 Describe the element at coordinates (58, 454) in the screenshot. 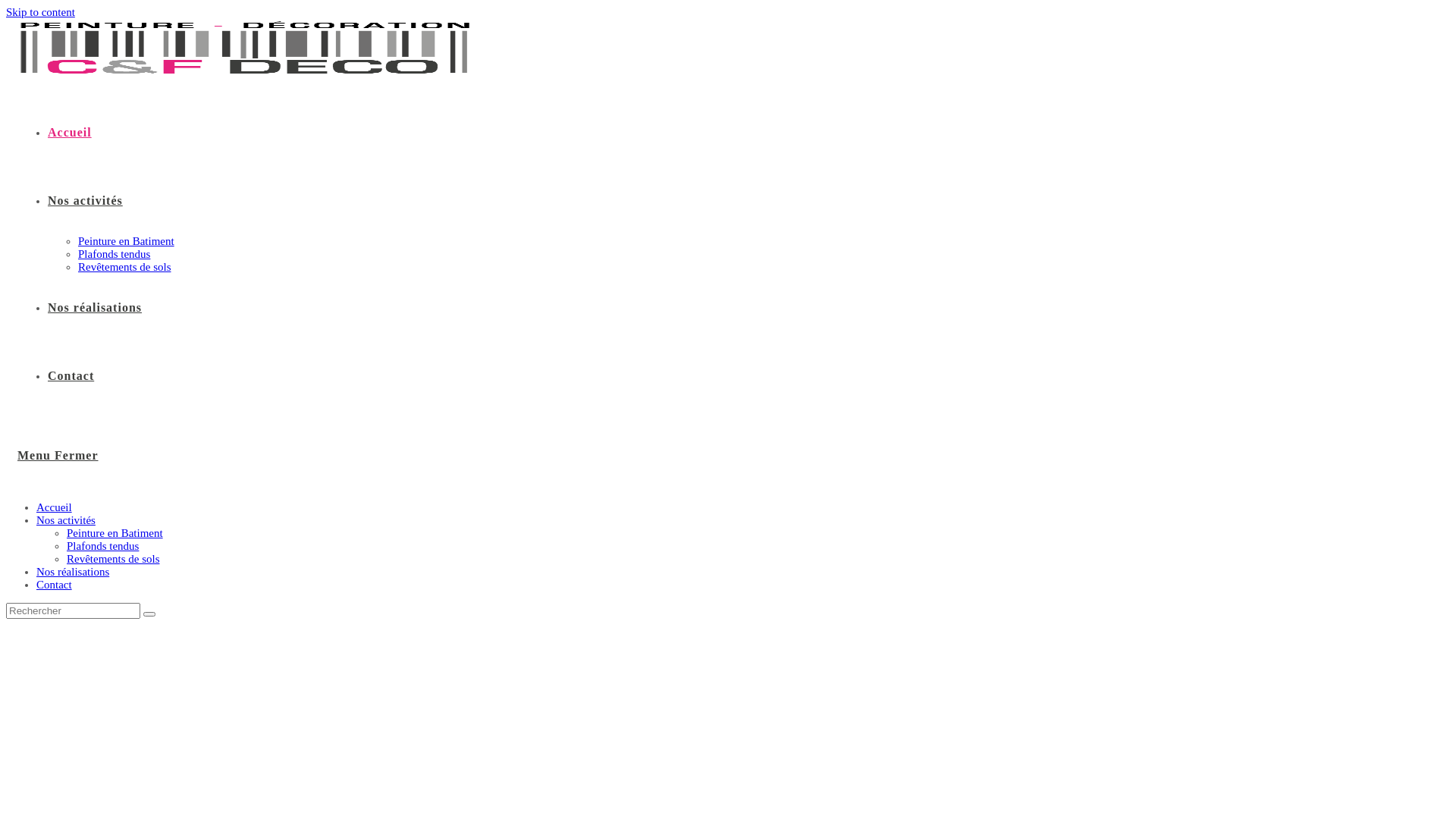

I see `'Menu Fermer'` at that location.